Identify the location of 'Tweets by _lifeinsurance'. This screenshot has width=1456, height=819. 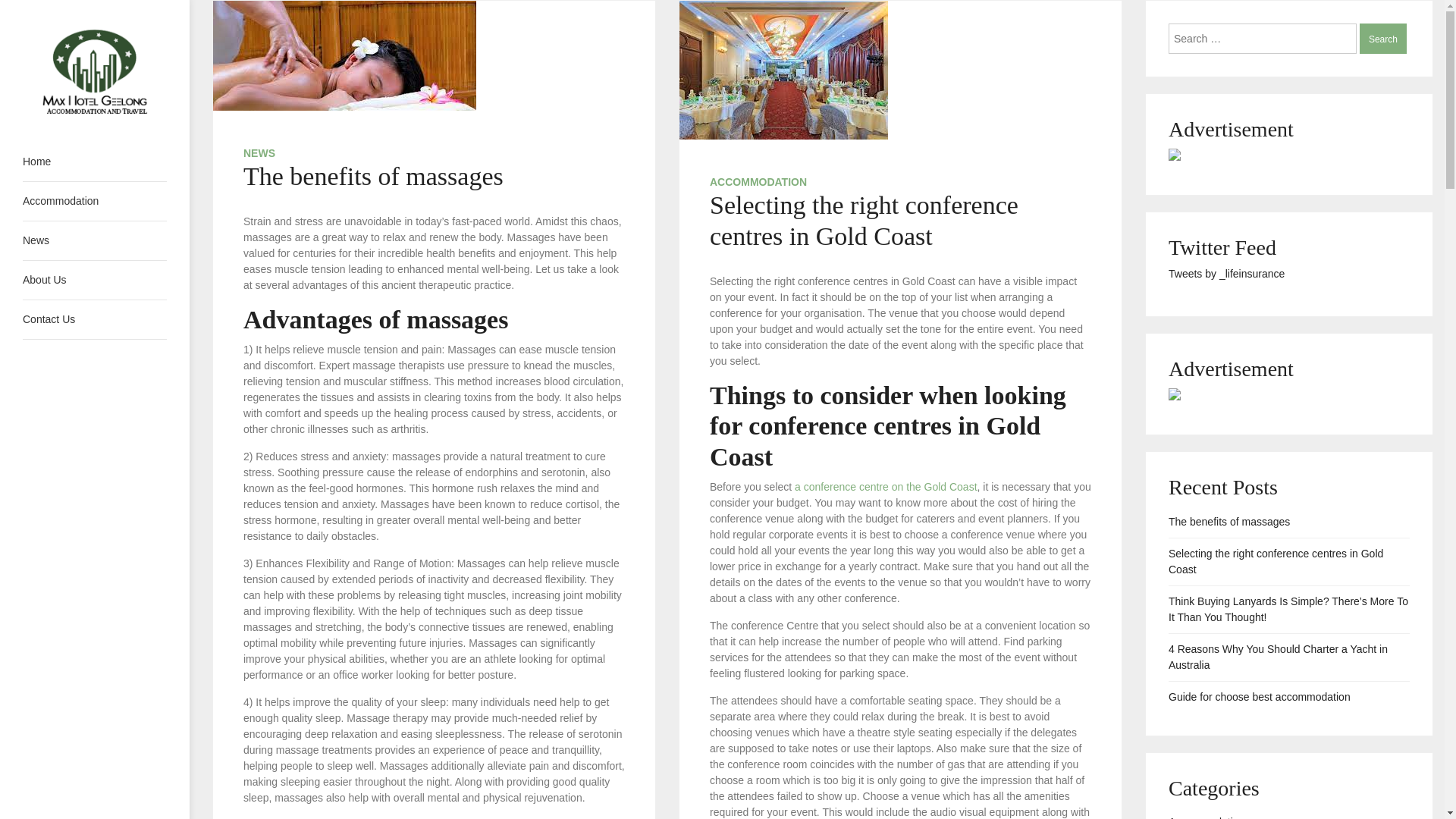
(1226, 274).